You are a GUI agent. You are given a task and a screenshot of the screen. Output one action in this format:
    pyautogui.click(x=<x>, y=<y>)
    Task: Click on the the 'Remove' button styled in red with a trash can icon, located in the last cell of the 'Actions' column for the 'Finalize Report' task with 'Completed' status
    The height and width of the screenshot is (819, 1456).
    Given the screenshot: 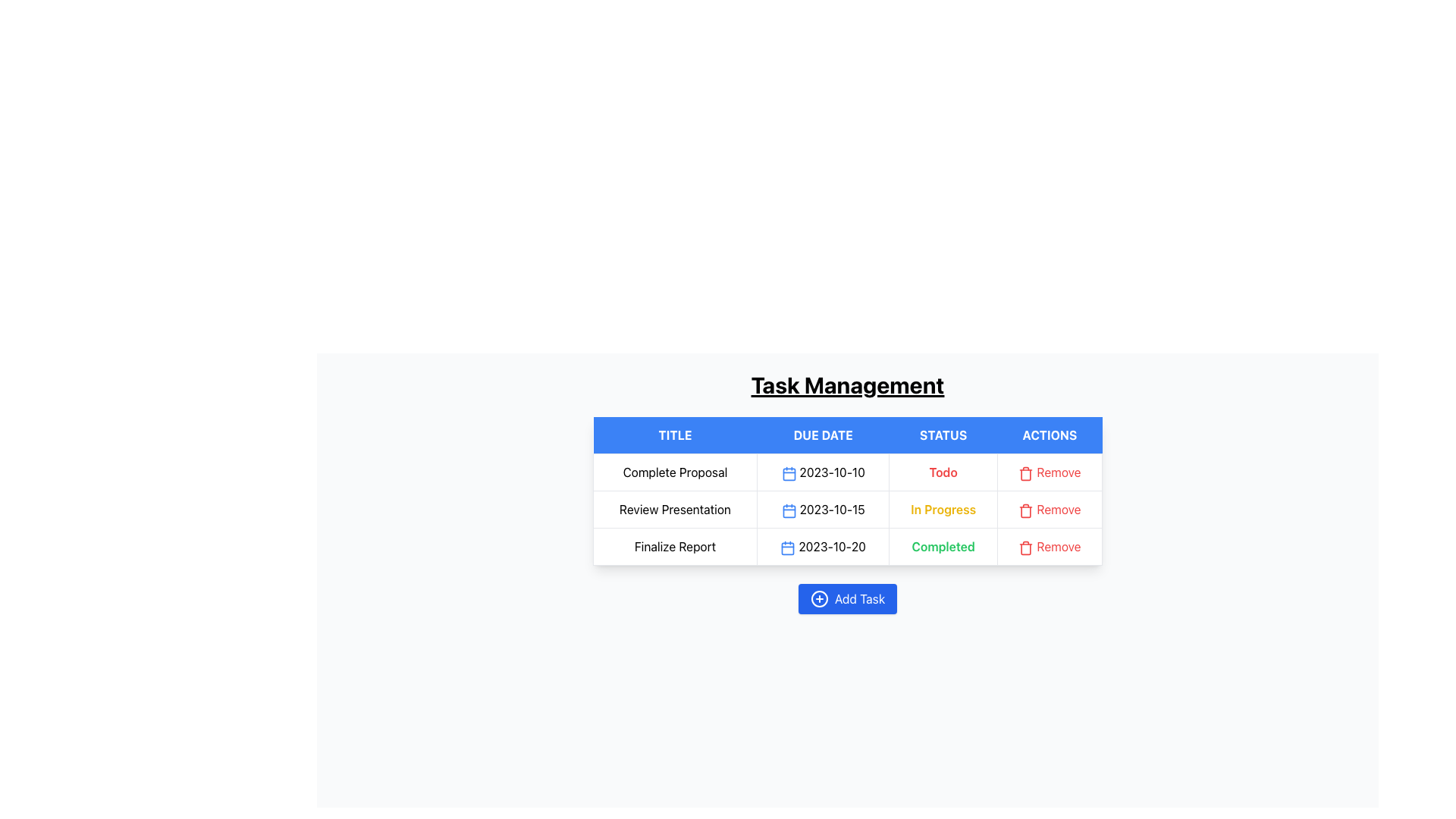 What is the action you would take?
    pyautogui.click(x=1048, y=547)
    